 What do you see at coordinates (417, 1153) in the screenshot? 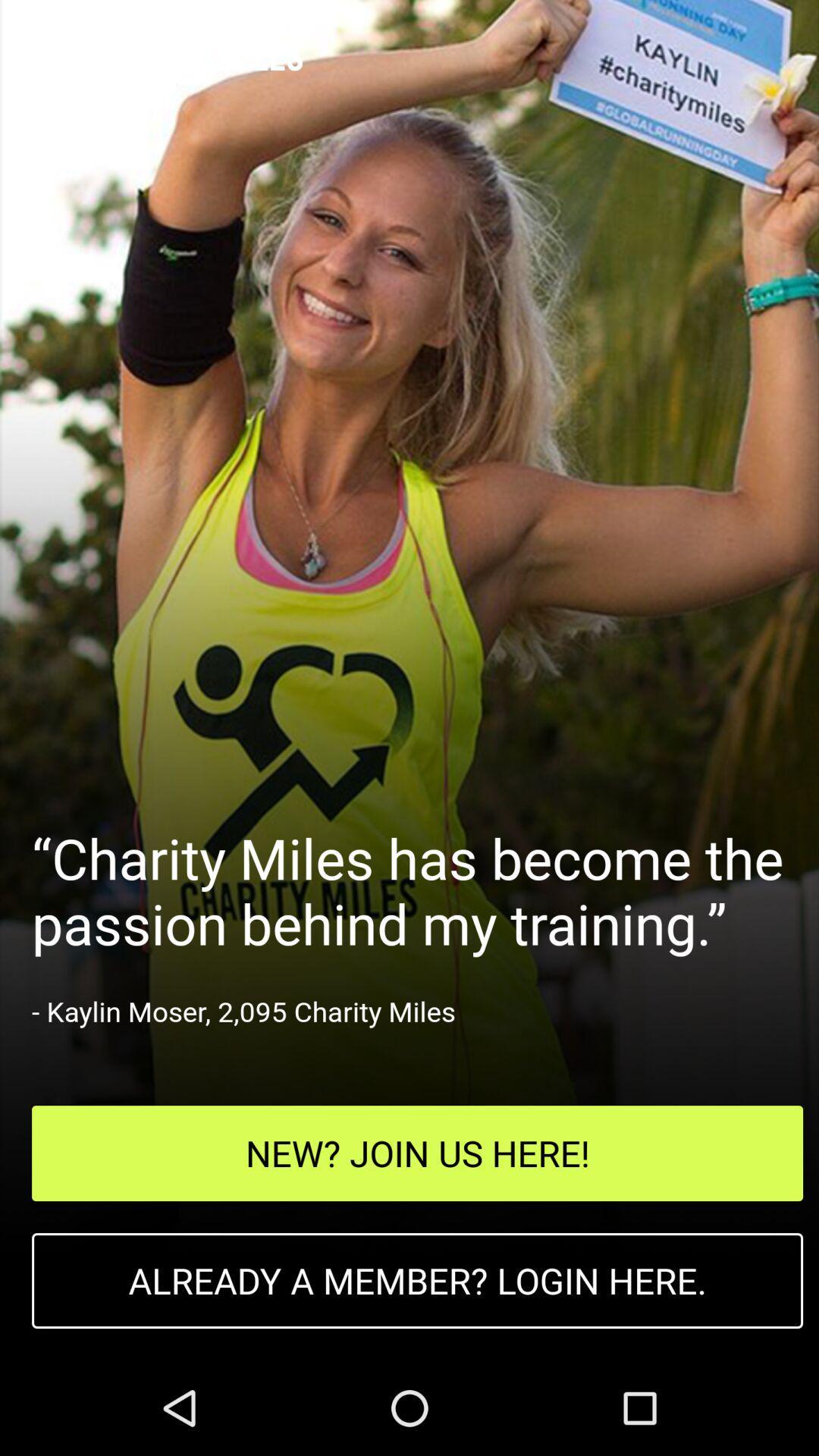
I see `icon below the jack fussell 3` at bounding box center [417, 1153].